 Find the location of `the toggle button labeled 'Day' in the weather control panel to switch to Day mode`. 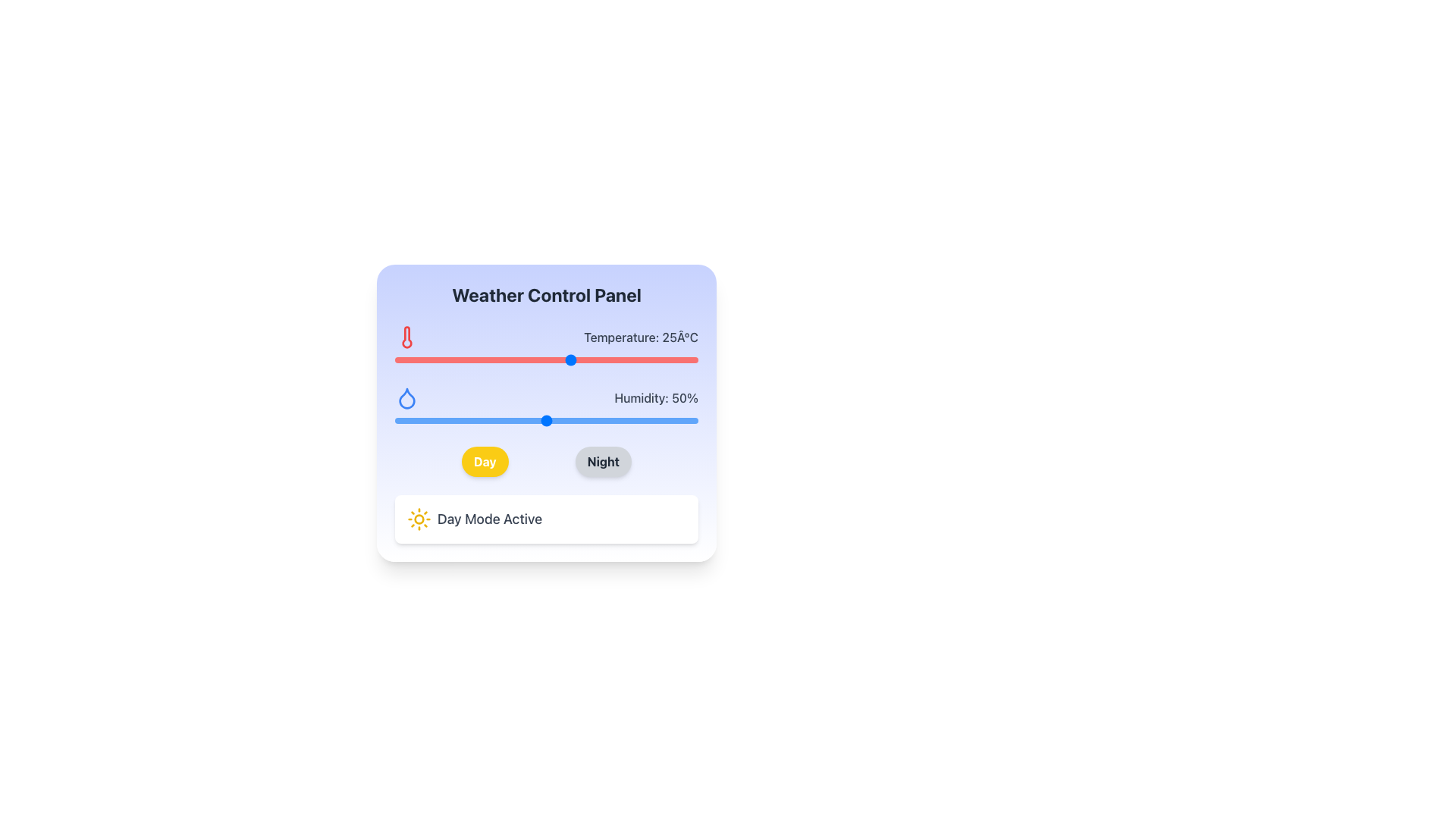

the toggle button labeled 'Day' in the weather control panel to switch to Day mode is located at coordinates (484, 461).